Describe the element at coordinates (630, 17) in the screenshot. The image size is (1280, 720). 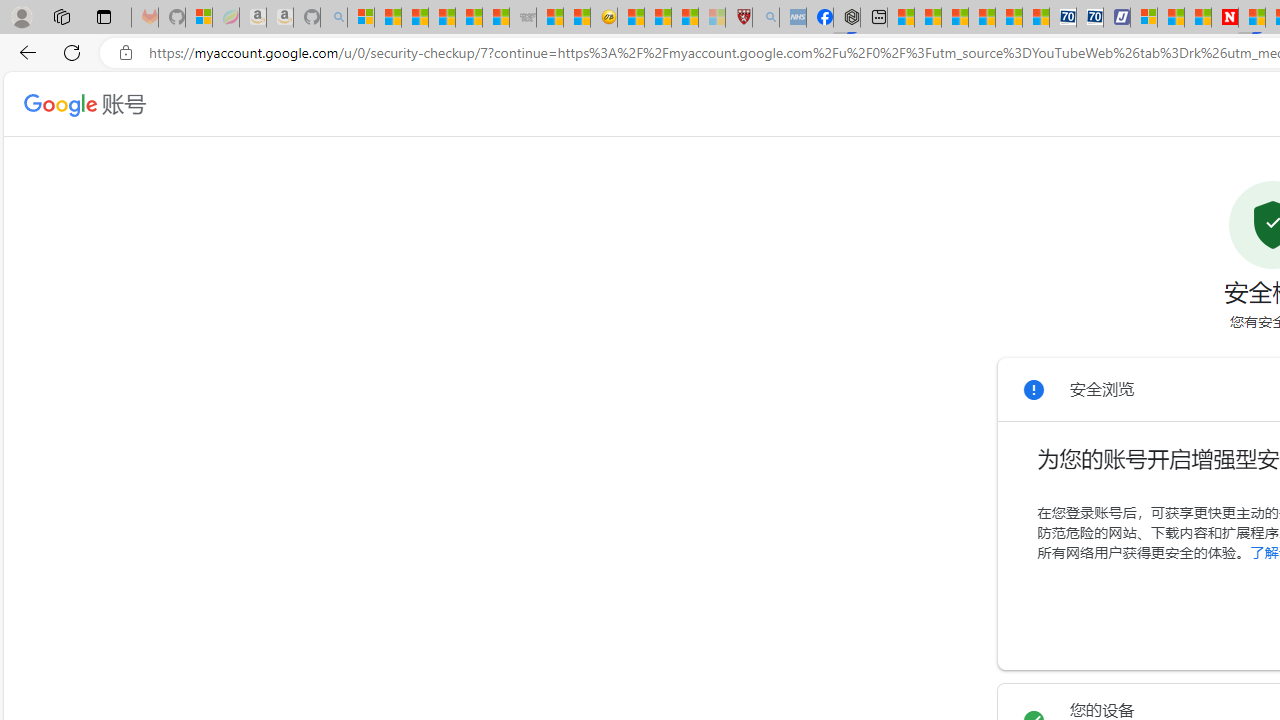
I see `'Recipes - MSN'` at that location.